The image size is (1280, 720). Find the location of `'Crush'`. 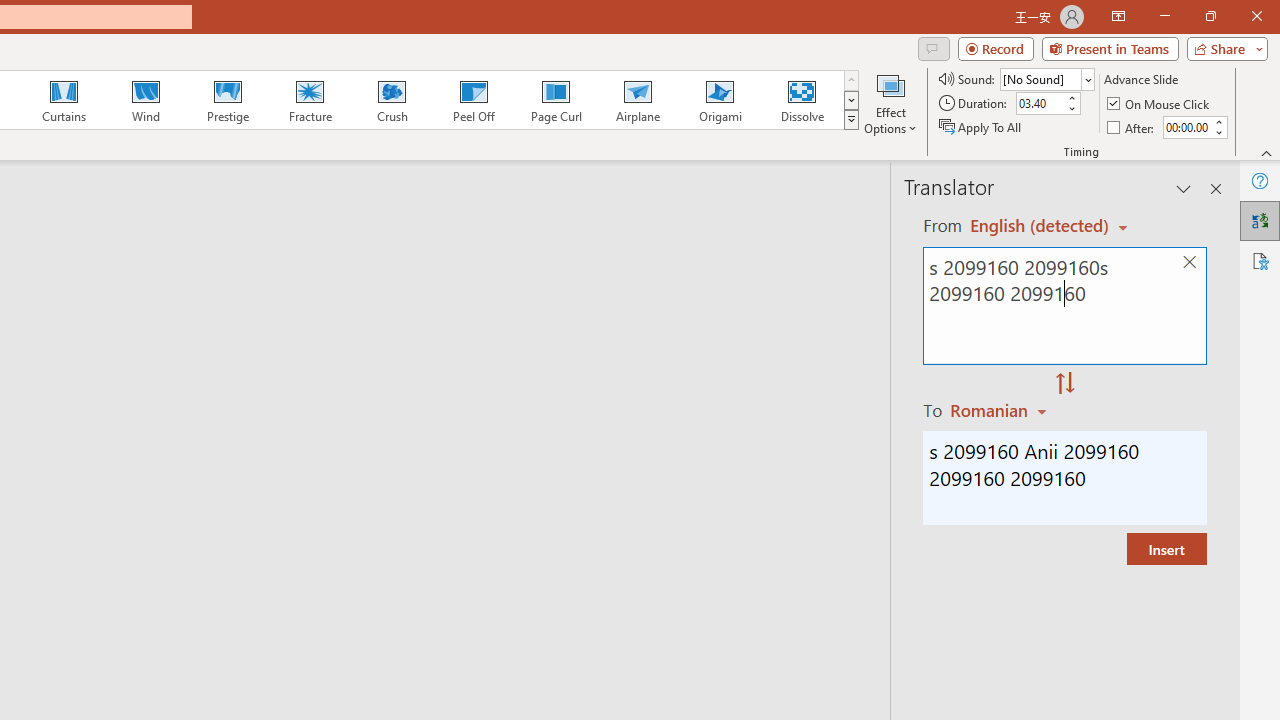

'Crush' is located at coordinates (391, 100).